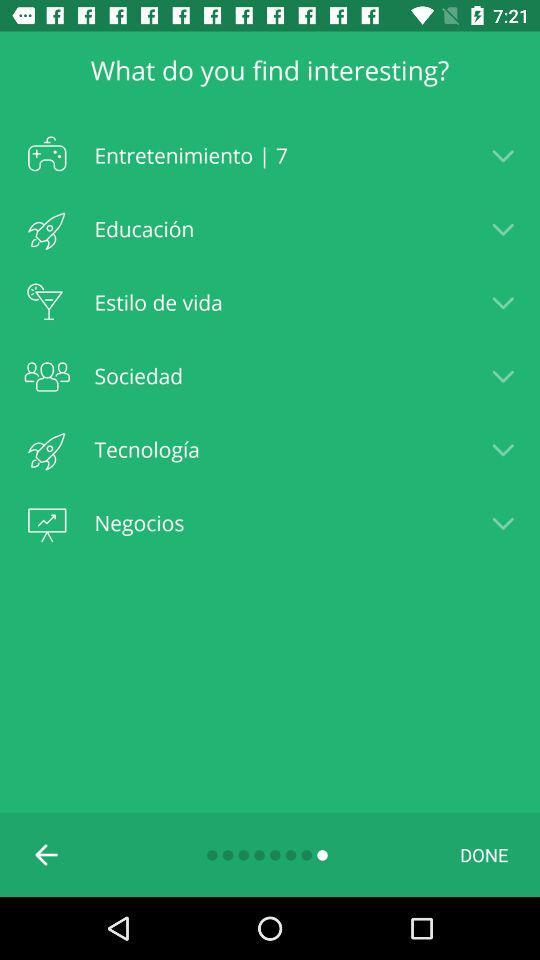  I want to click on icon below negocios item, so click(483, 853).